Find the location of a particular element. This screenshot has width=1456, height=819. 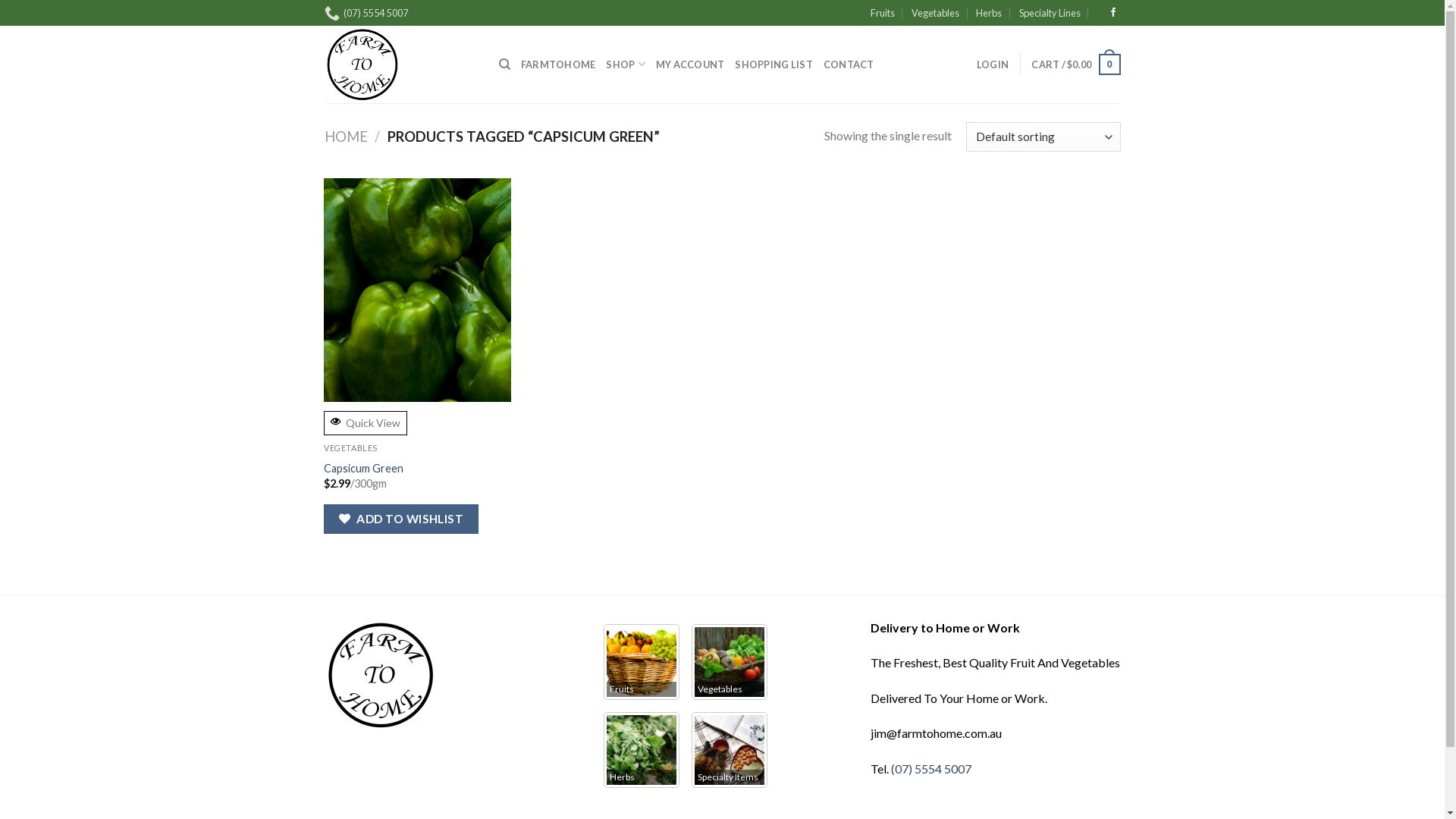

'SHOPPING LIST' is located at coordinates (773, 63).